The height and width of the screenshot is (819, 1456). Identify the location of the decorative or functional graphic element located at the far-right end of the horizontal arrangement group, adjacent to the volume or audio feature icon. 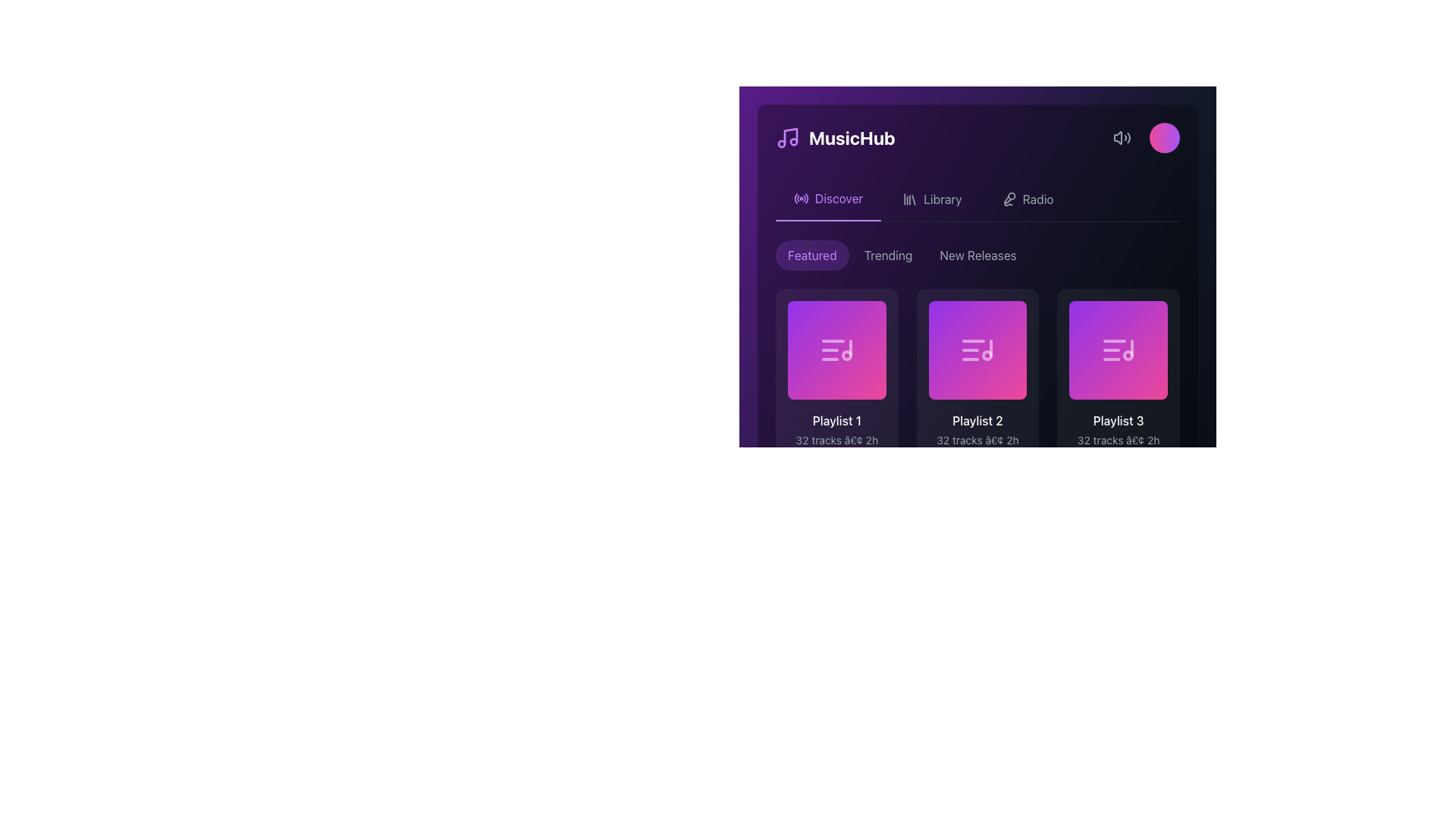
(1164, 137).